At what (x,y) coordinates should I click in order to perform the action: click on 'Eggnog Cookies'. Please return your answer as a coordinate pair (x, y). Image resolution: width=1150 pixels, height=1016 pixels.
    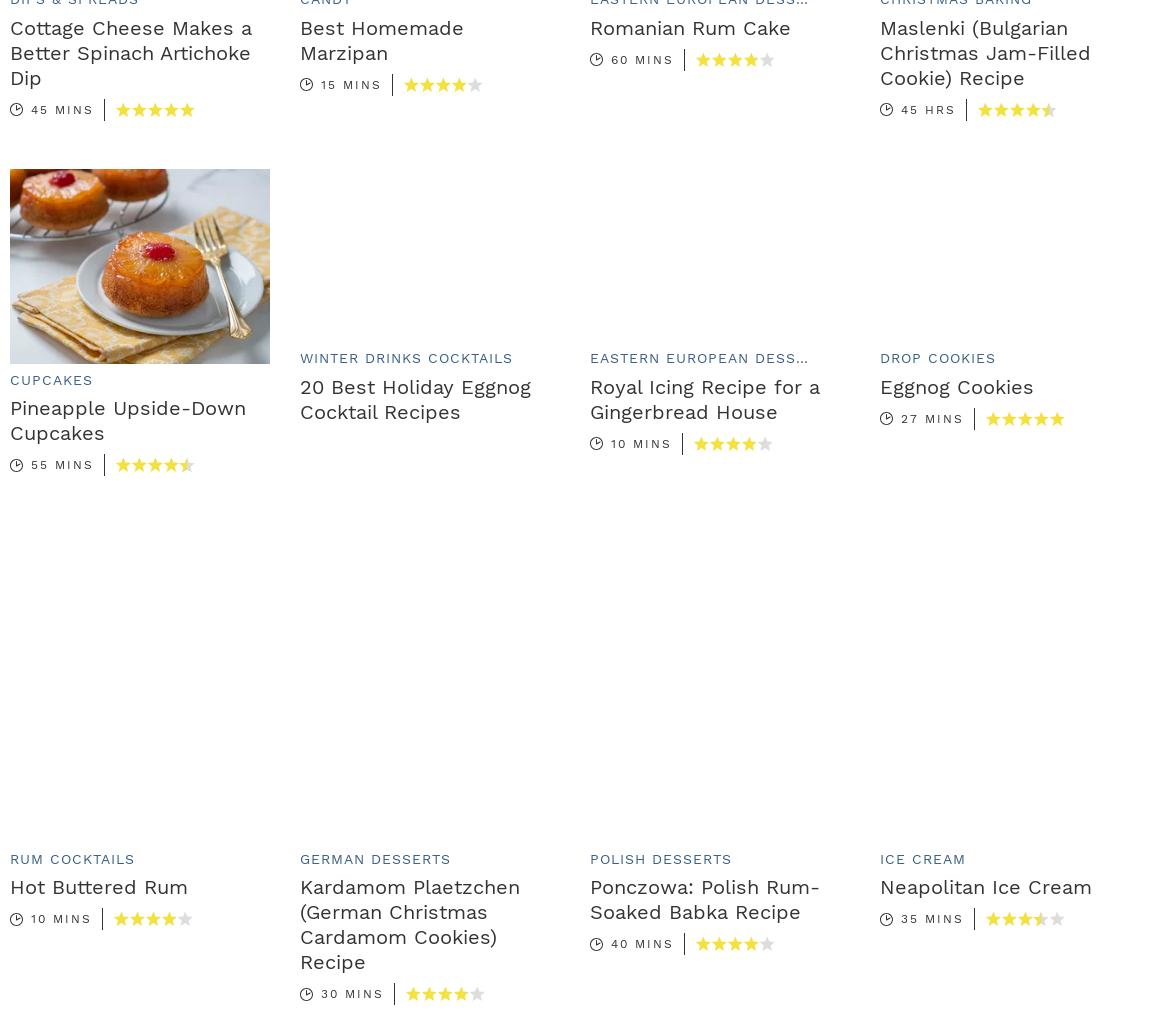
    Looking at the image, I should click on (957, 407).